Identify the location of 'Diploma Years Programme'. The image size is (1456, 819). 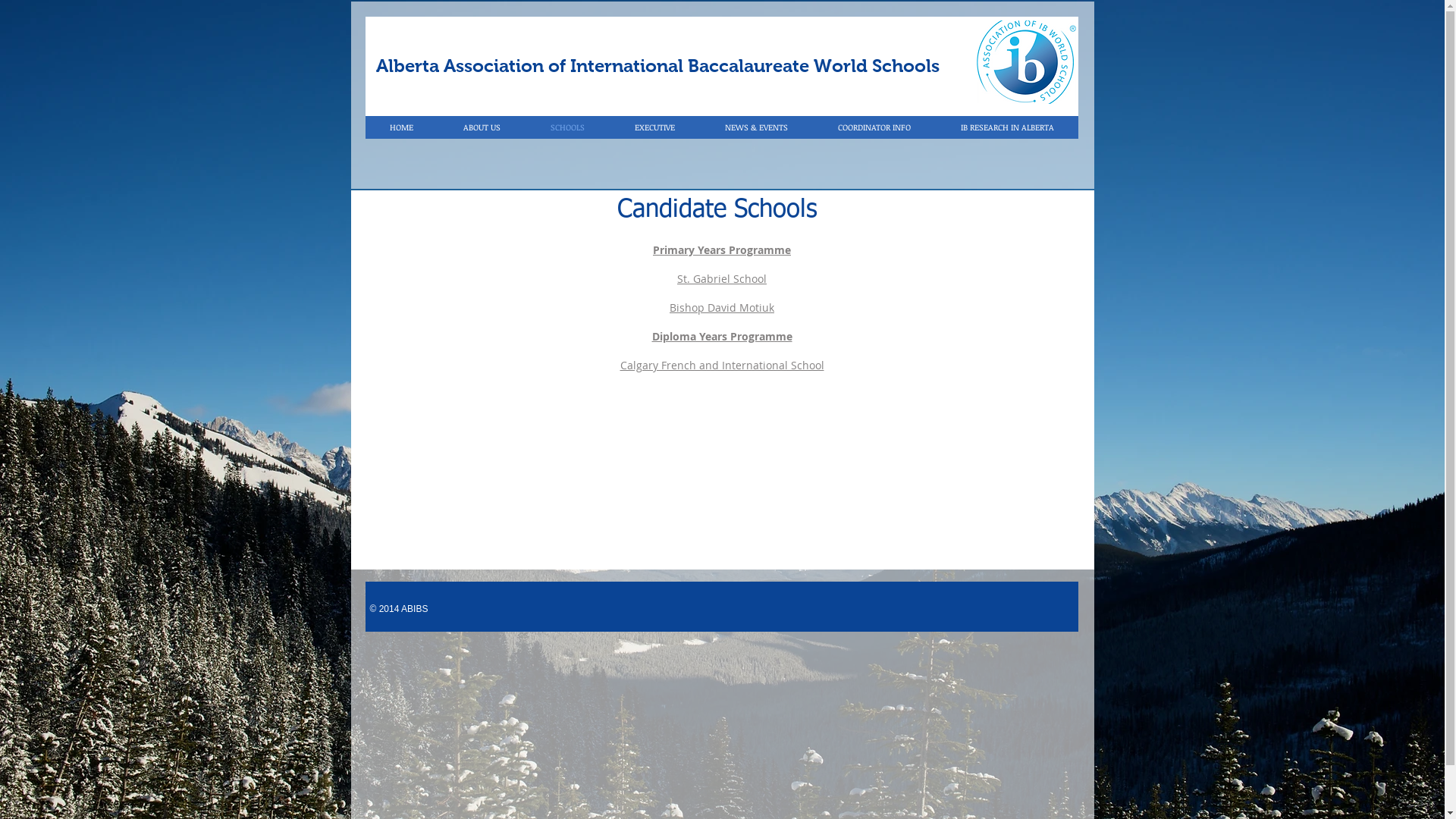
(651, 335).